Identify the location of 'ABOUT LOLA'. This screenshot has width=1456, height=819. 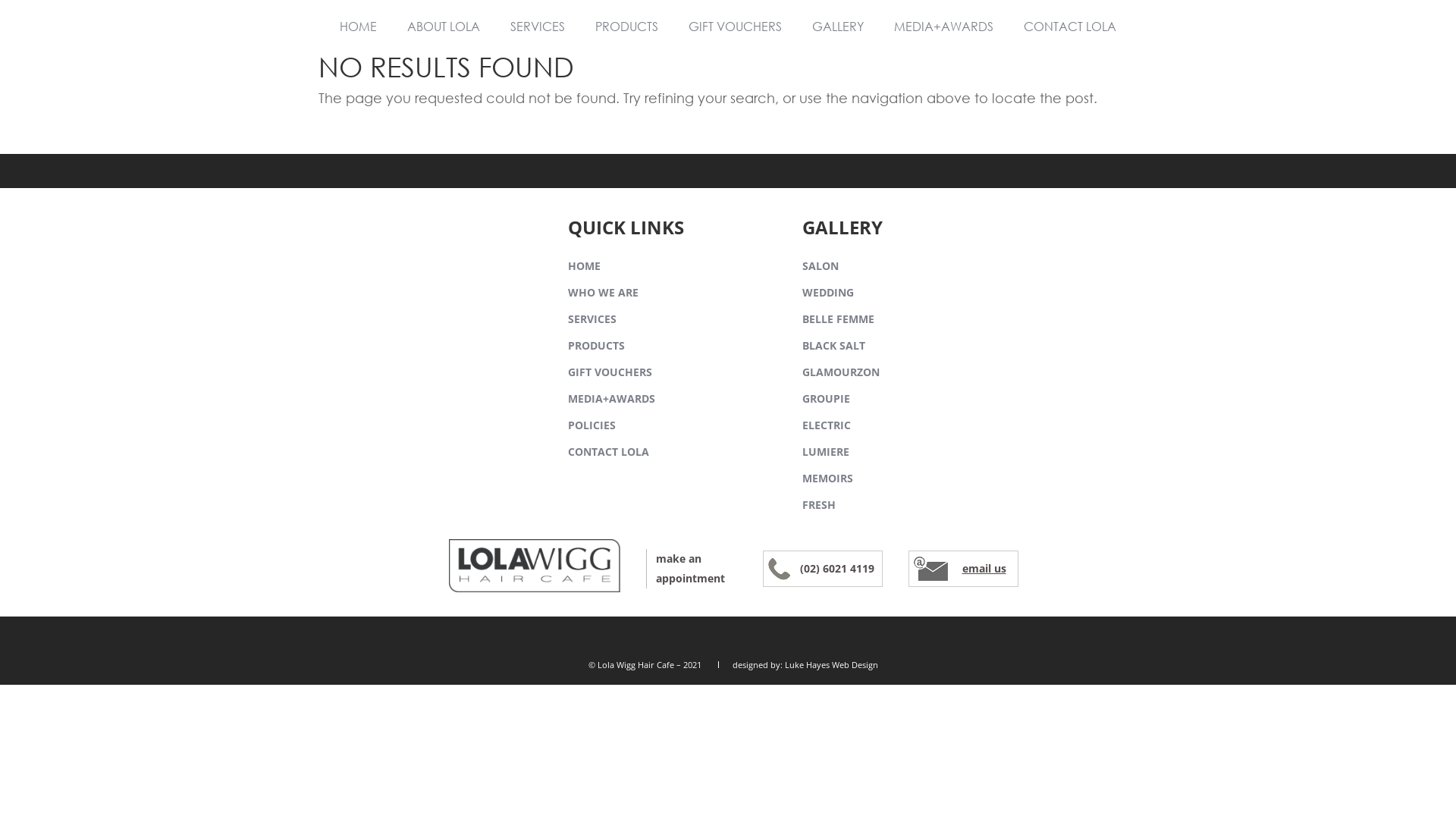
(443, 26).